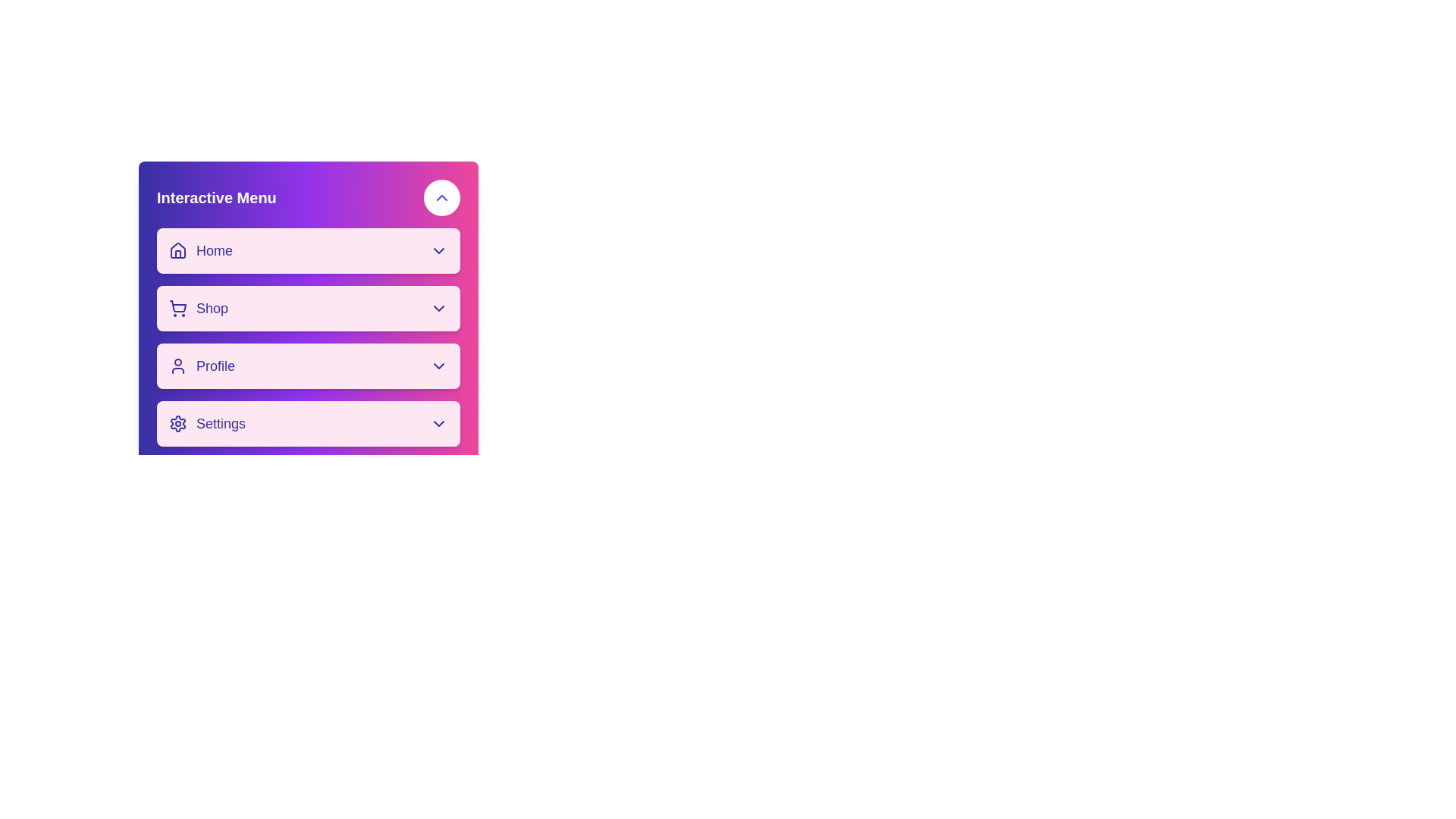  Describe the element at coordinates (206, 424) in the screenshot. I see `the 'Settings' menu item, which features a gear icon and bold text, located at the bottom of the menu layout` at that location.